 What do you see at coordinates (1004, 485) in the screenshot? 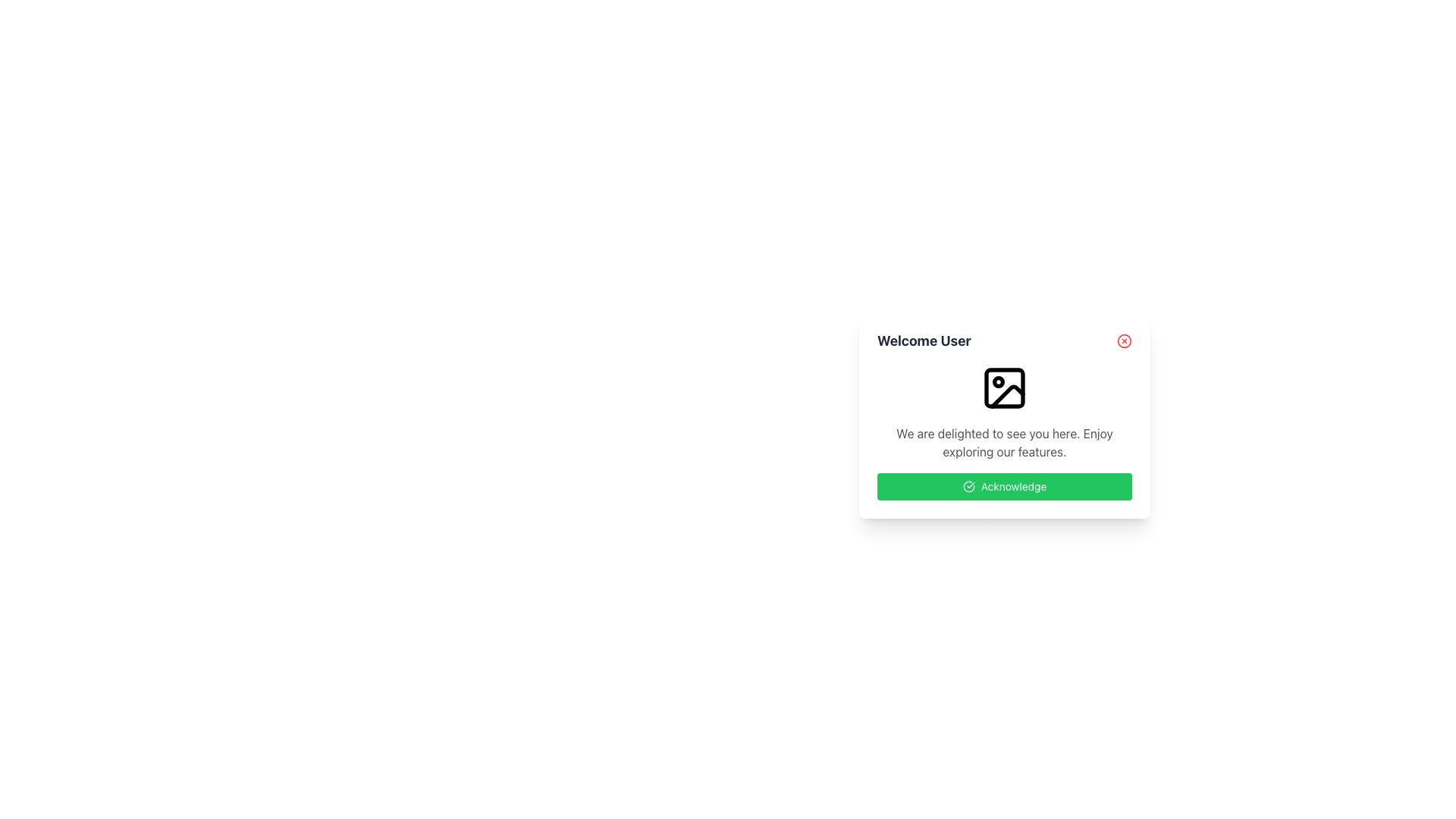
I see `the 'Acknowledge' button located at the bottom of the white, bordered card interface` at bounding box center [1004, 485].